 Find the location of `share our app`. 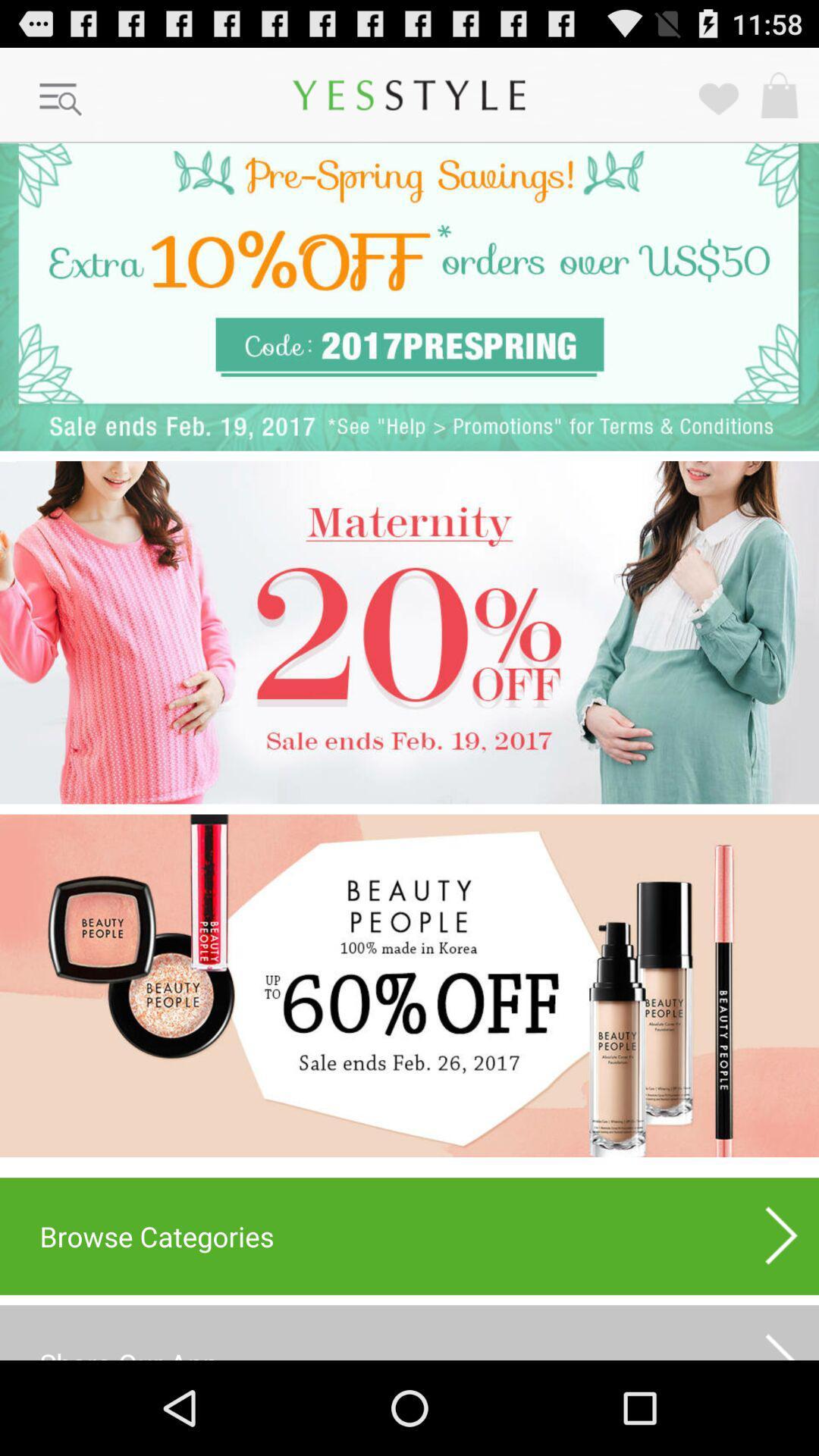

share our app is located at coordinates (409, 1332).